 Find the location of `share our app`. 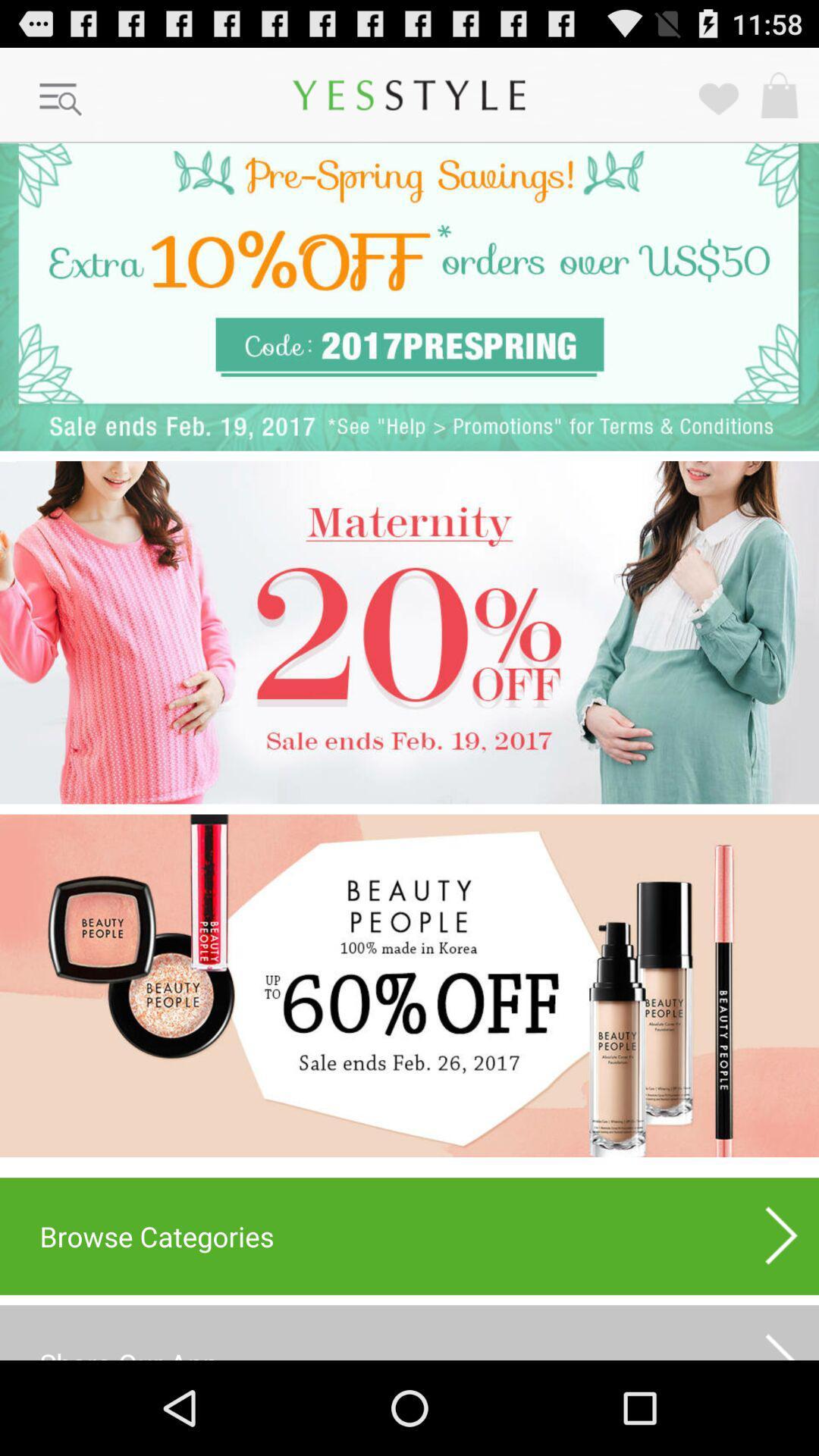

share our app is located at coordinates (409, 1332).